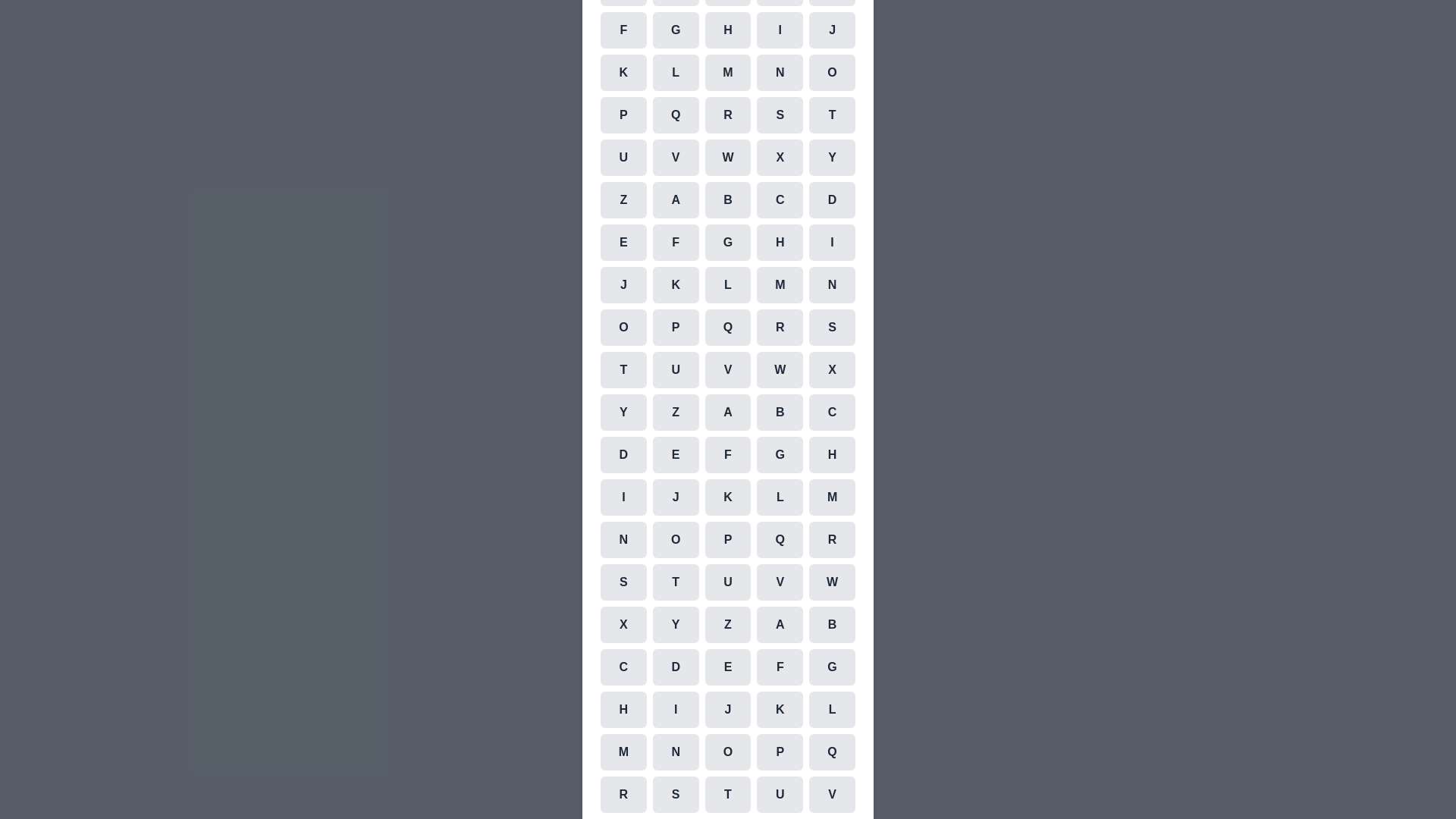  I want to click on the cell representing the character W, so click(728, 158).